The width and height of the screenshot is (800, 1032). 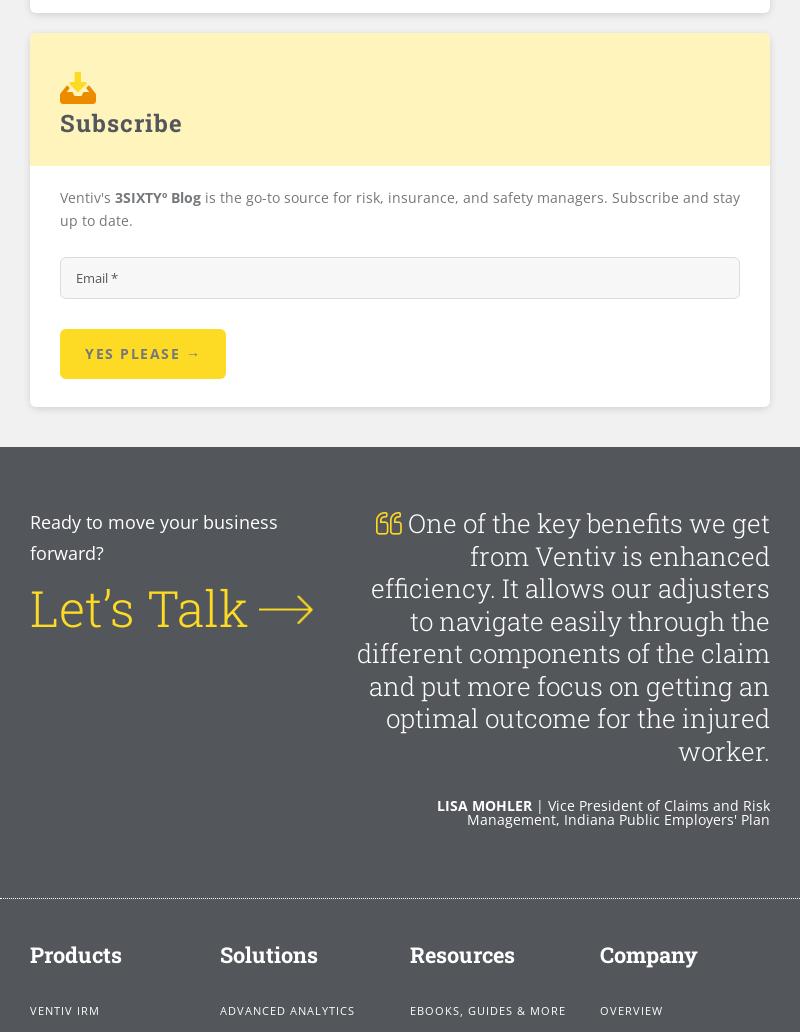 What do you see at coordinates (648, 952) in the screenshot?
I see `'Company'` at bounding box center [648, 952].